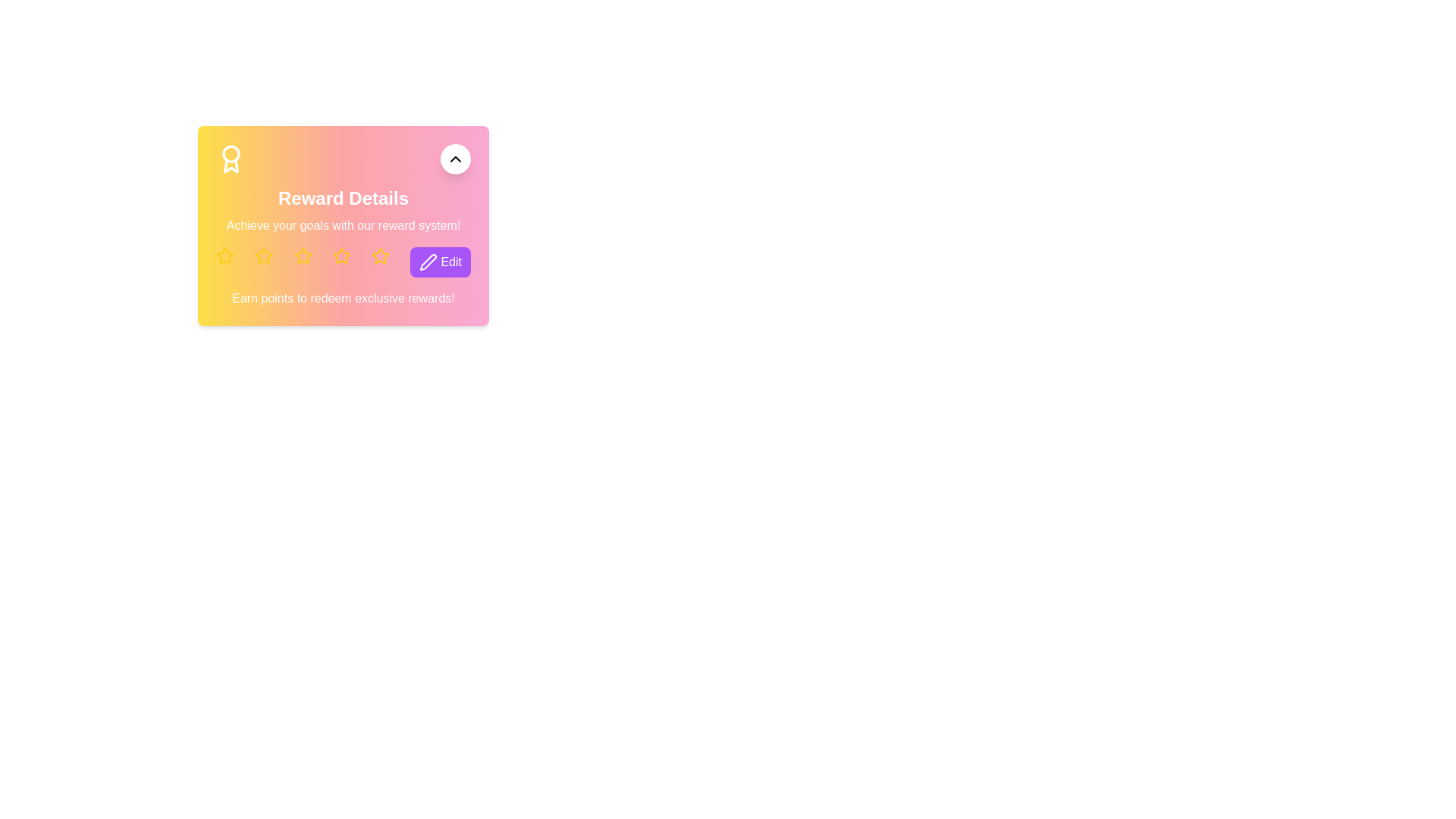 This screenshot has height=819, width=1456. I want to click on the upward-facing chevron icon within the circular white button located at the top-right corner of the pink gradient card titled 'Reward Details', so click(454, 158).